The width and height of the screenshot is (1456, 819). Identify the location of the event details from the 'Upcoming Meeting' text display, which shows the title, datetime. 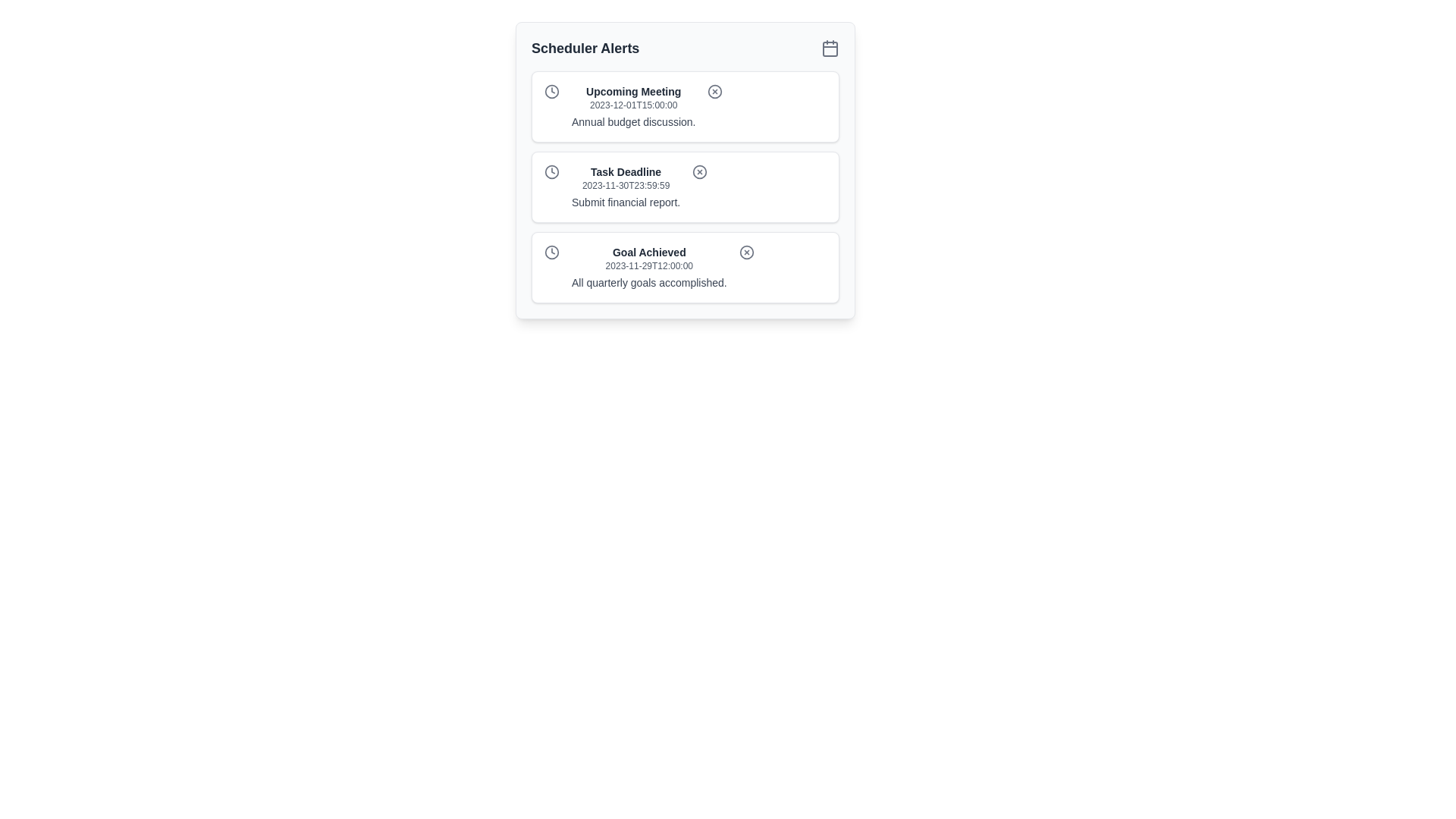
(633, 106).